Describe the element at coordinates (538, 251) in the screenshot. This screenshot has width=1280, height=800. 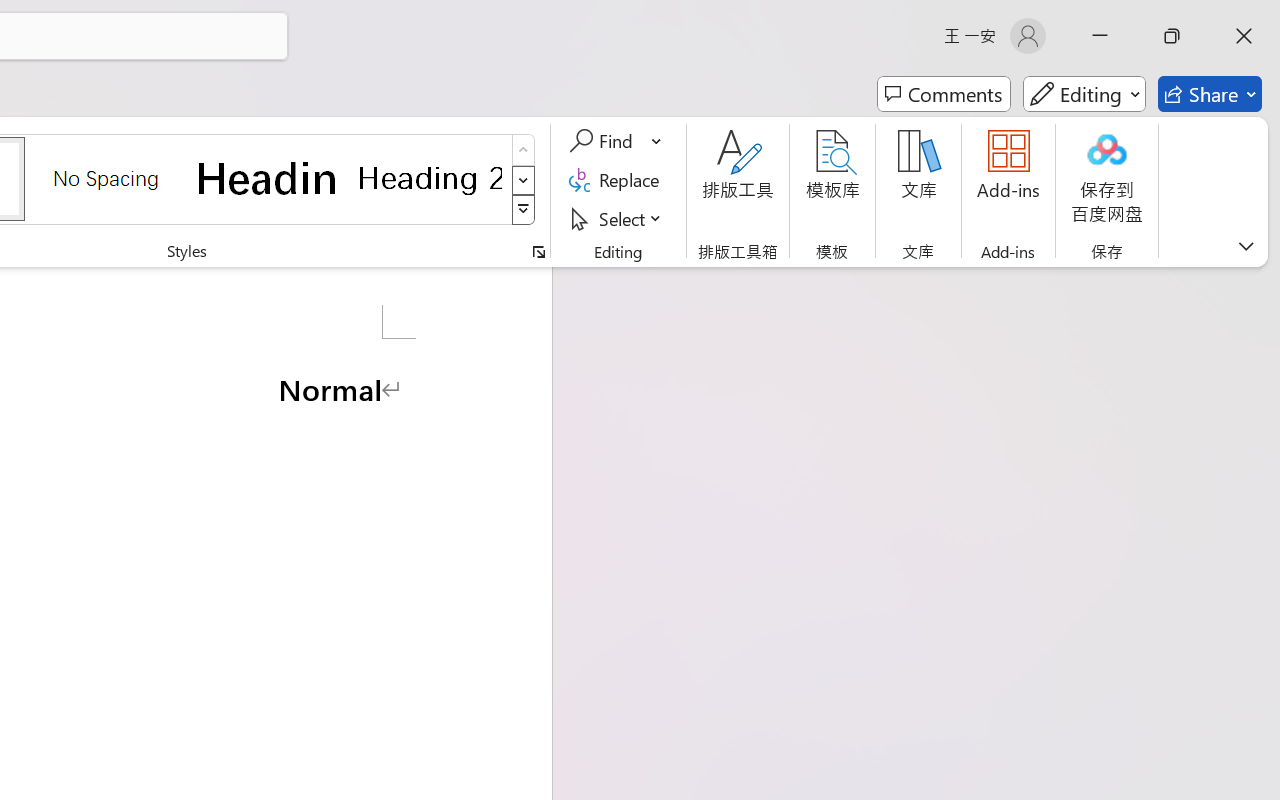
I see `'Styles...'` at that location.